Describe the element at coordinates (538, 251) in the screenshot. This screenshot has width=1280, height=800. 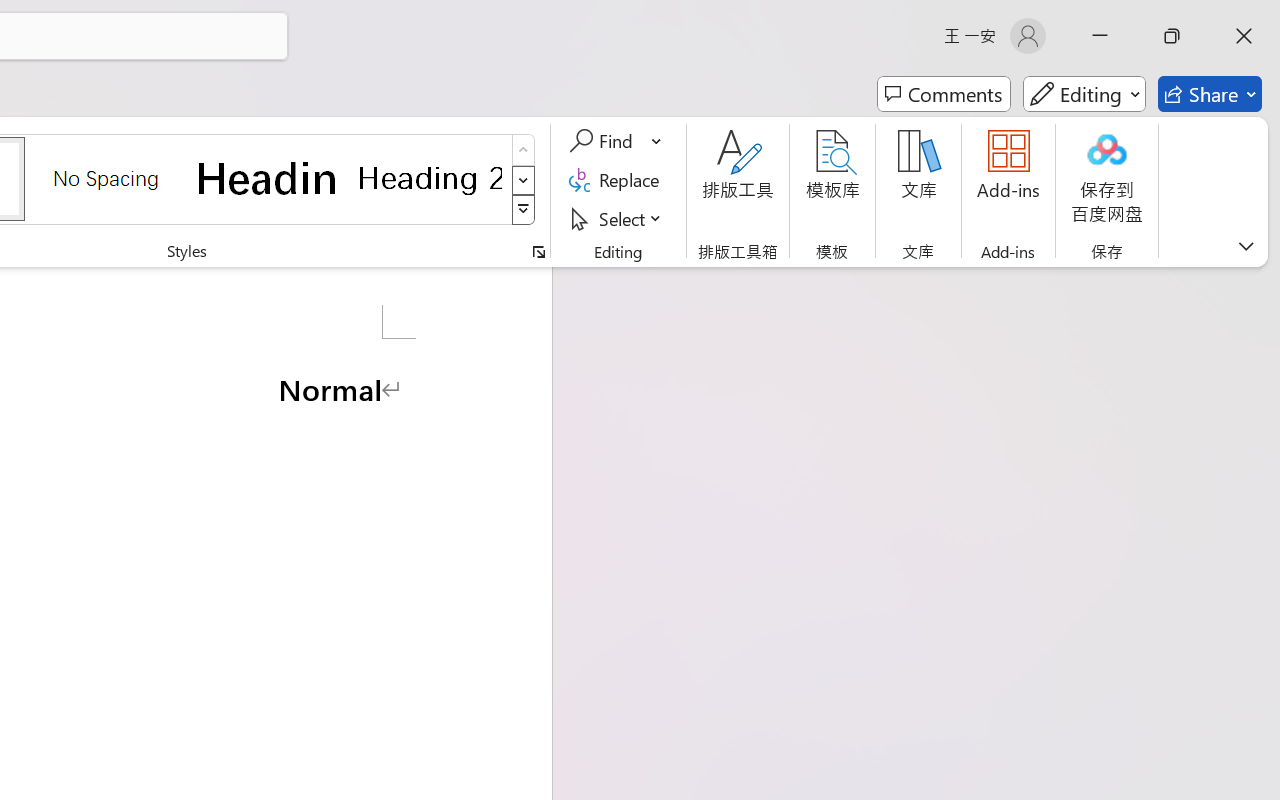
I see `'Styles...'` at that location.